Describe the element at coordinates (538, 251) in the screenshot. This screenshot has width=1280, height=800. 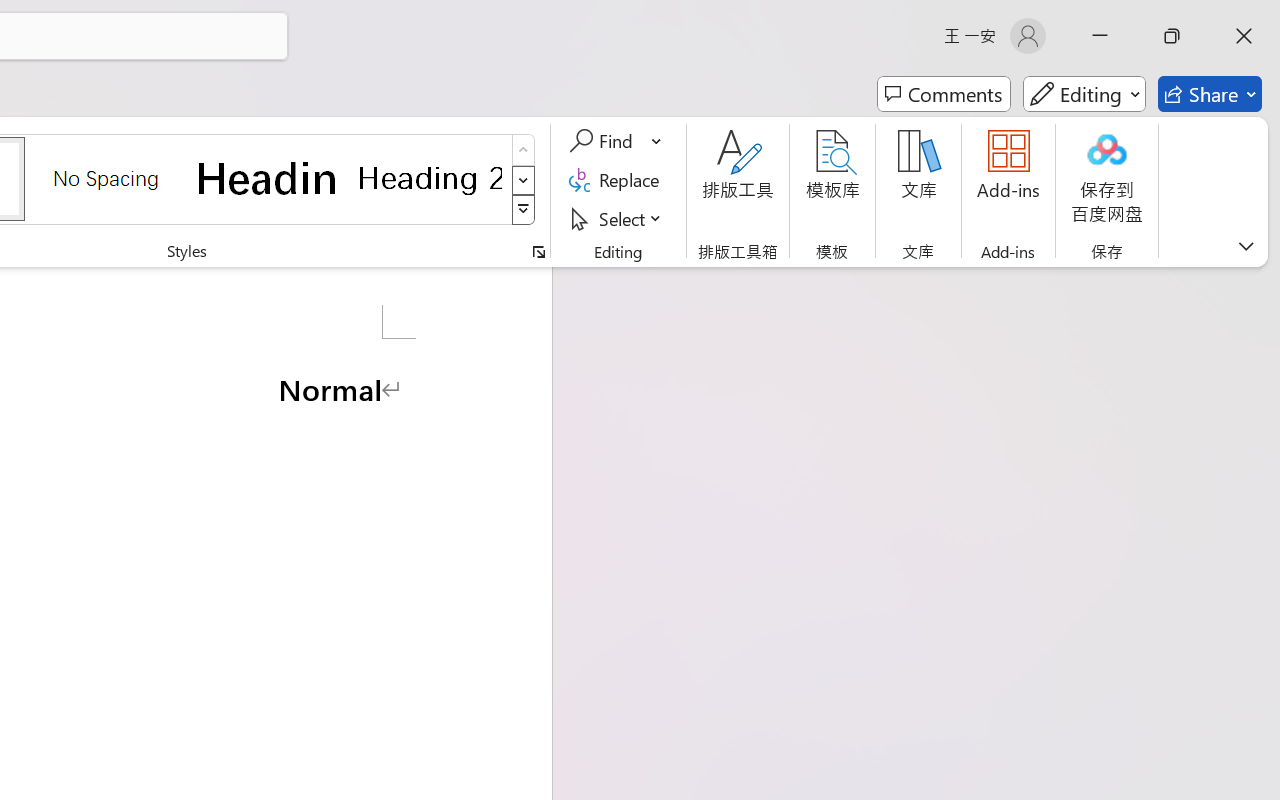
I see `'Styles...'` at that location.